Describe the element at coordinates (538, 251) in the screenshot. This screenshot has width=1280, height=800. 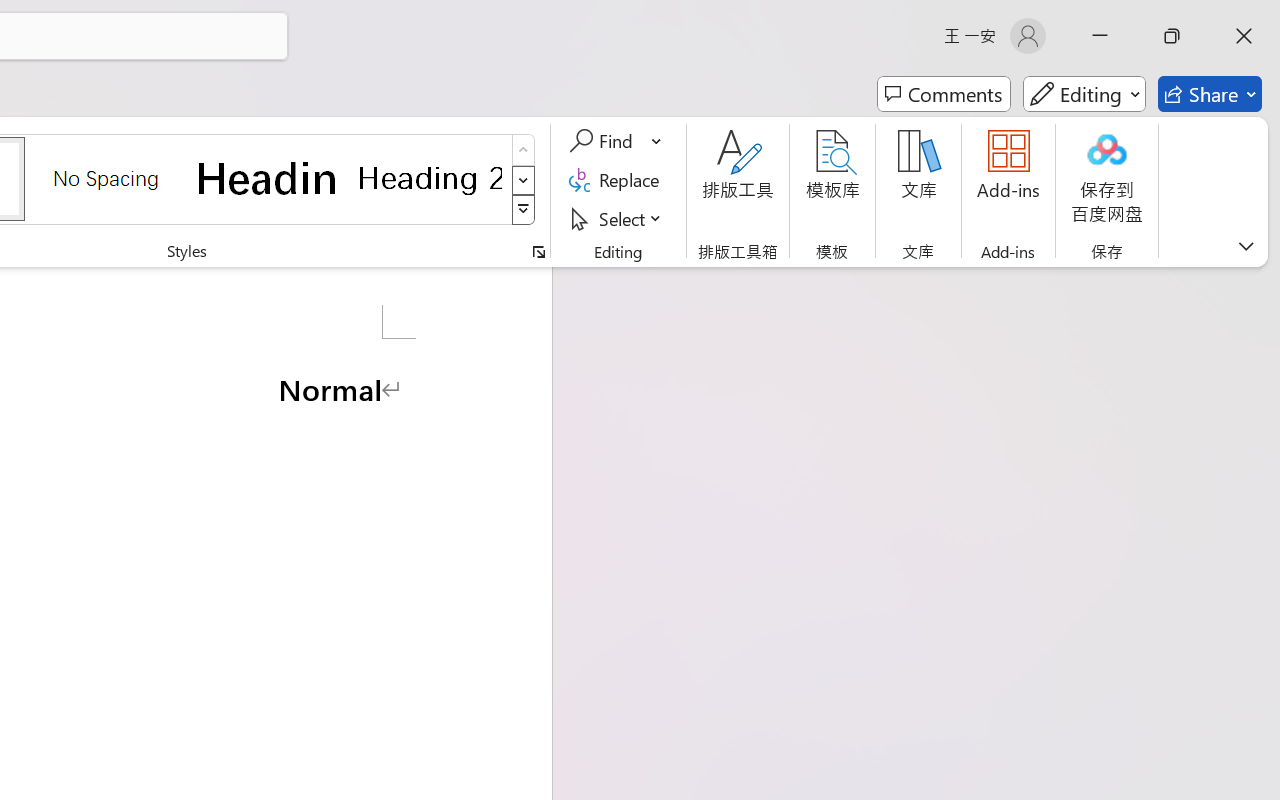
I see `'Styles...'` at that location.